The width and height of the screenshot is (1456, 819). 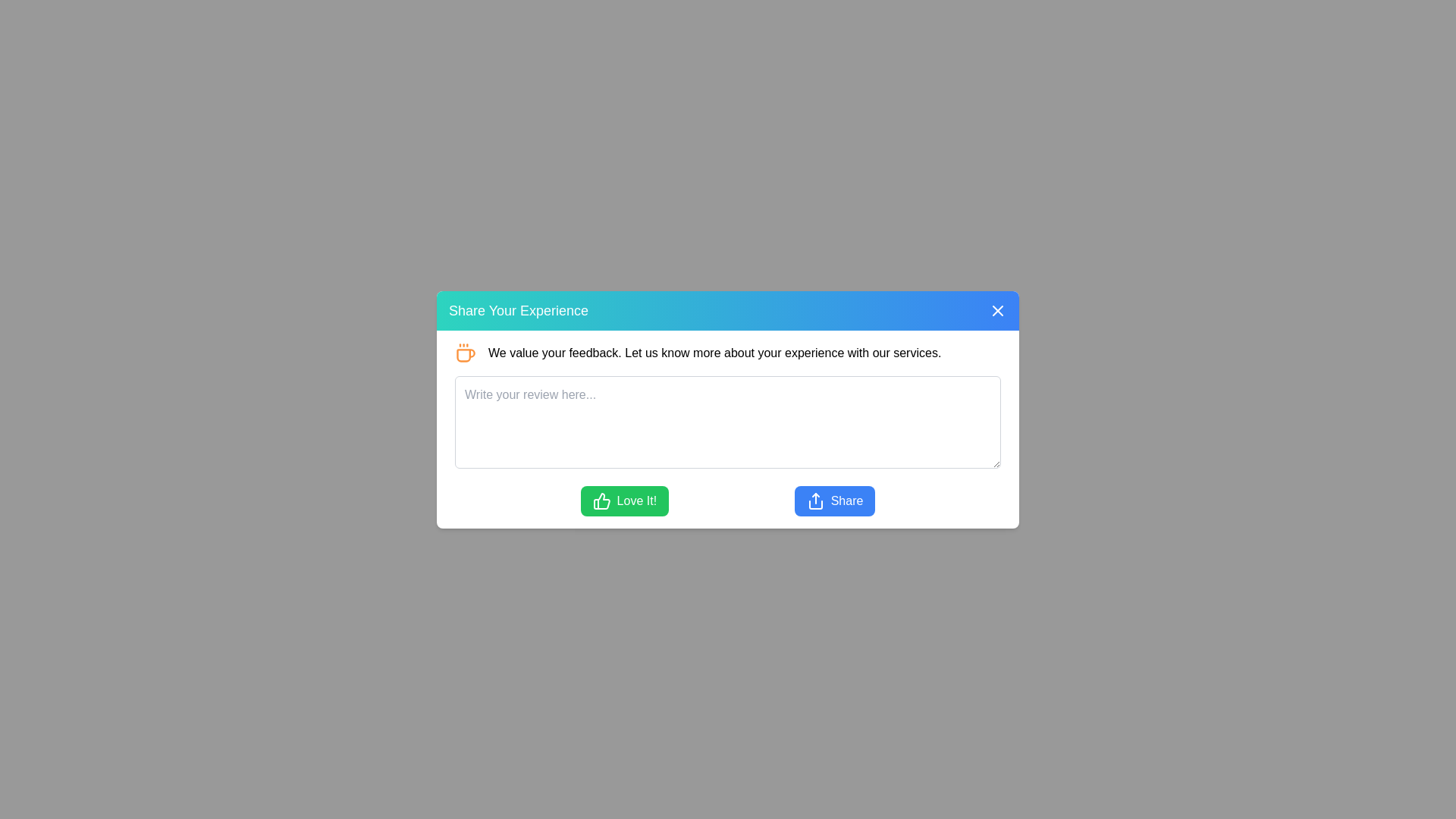 I want to click on the sharing button located in the lower-right corner of the dialog box, so click(x=833, y=500).